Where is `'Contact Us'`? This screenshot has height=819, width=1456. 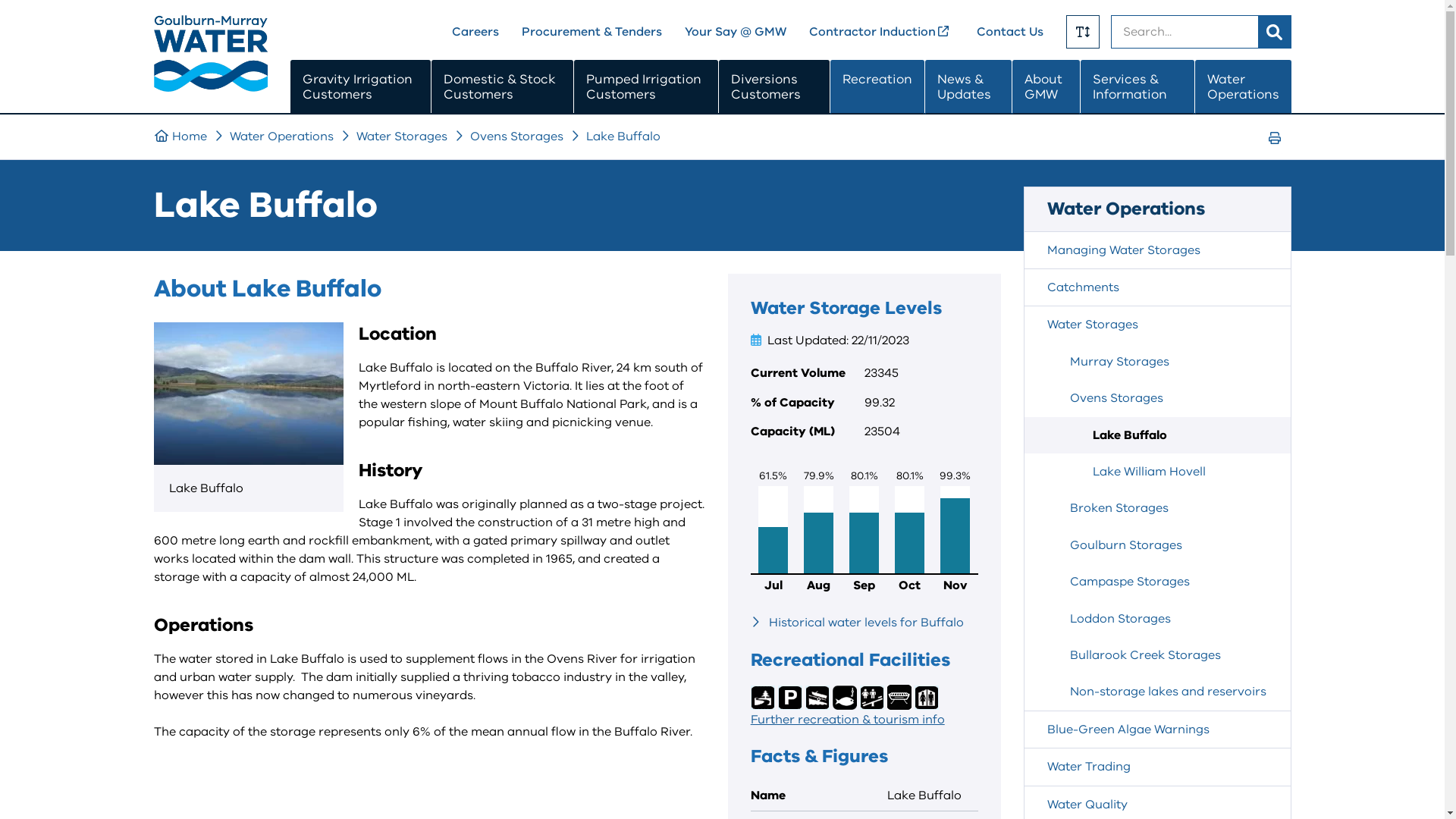 'Contact Us' is located at coordinates (976, 32).